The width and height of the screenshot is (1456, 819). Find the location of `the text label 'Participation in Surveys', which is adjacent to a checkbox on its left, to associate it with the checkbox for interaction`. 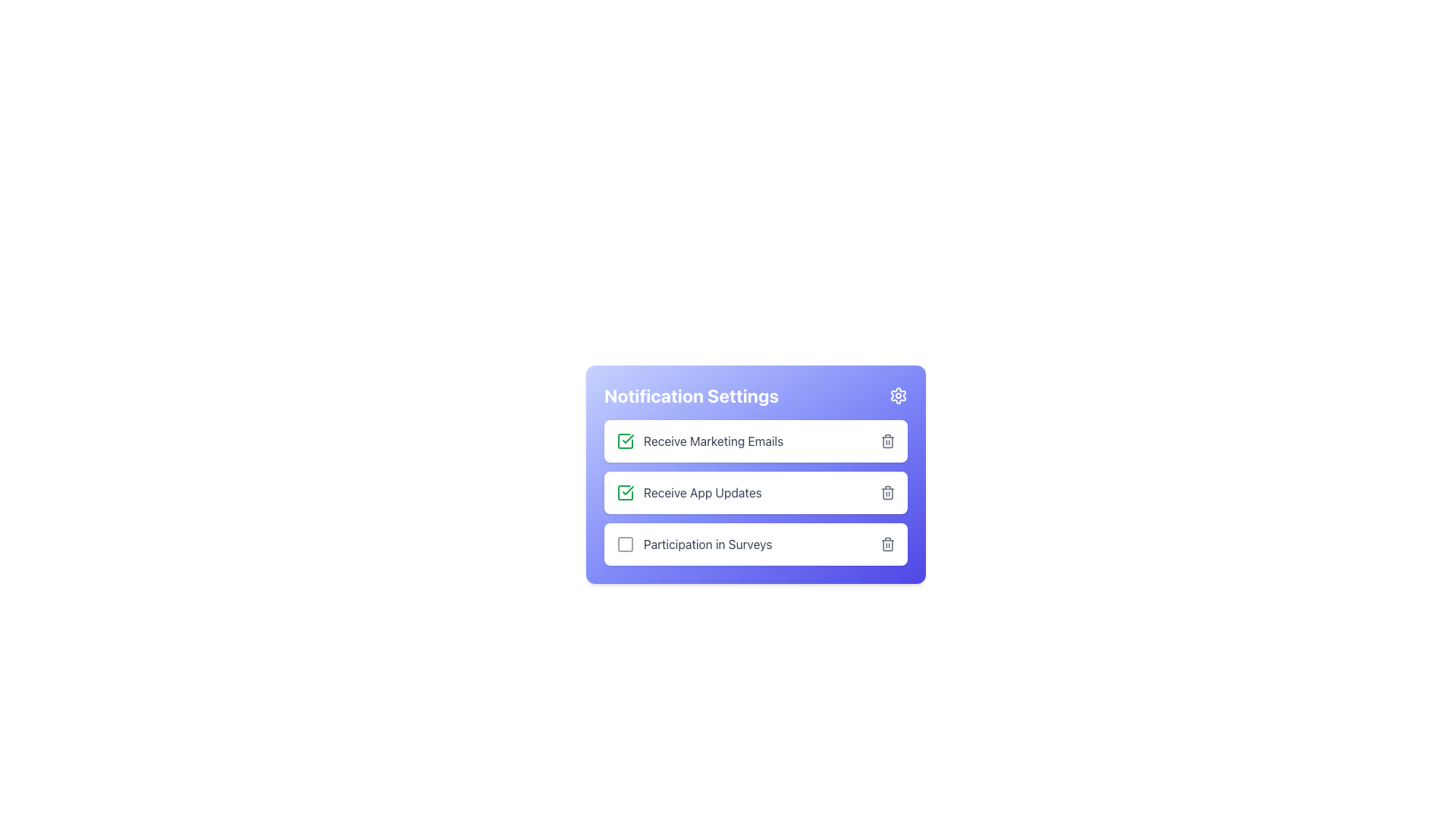

the text label 'Participation in Surveys', which is adjacent to a checkbox on its left, to associate it with the checkbox for interaction is located at coordinates (693, 543).